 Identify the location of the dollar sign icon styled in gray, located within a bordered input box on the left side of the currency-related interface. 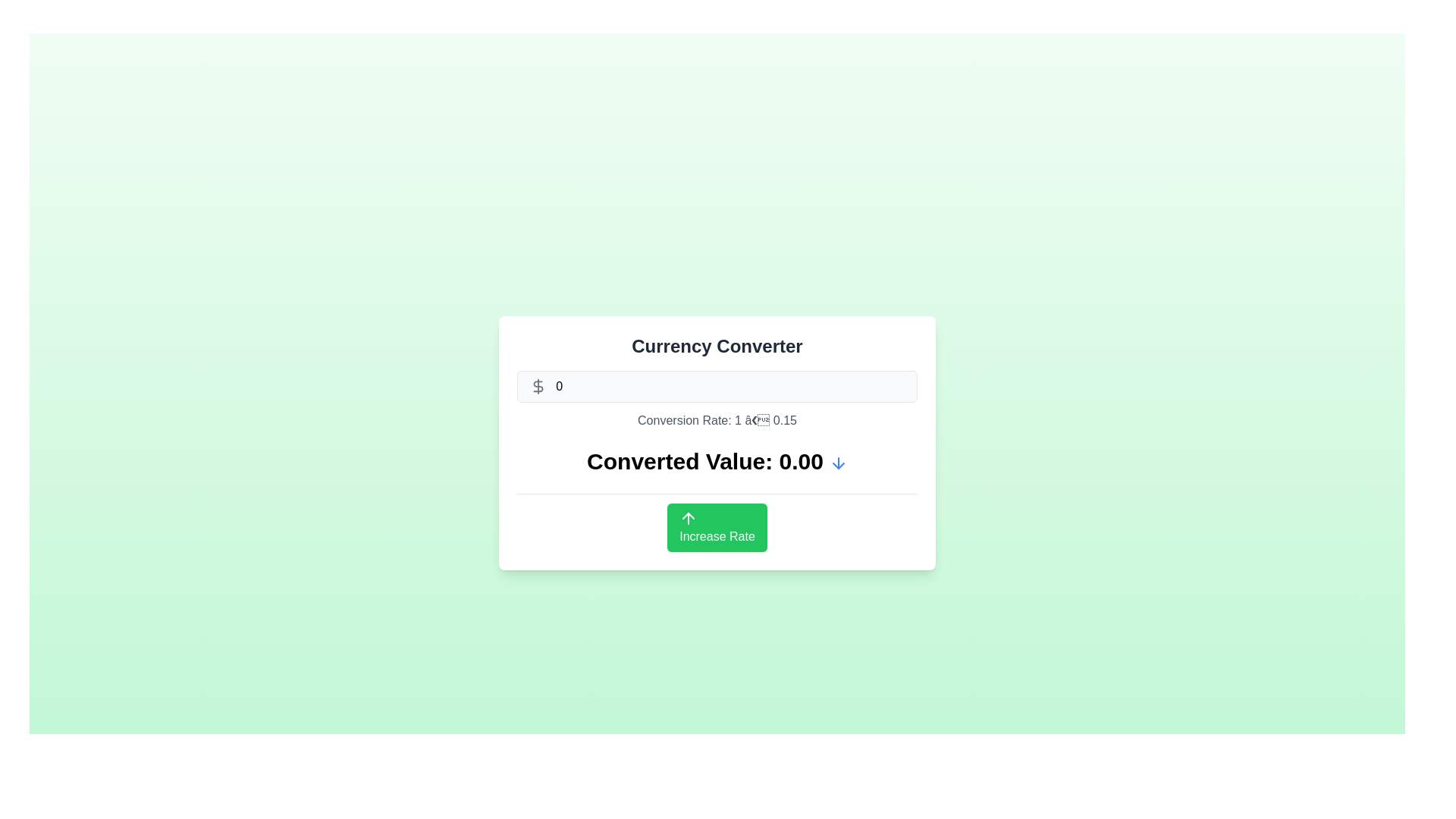
(538, 385).